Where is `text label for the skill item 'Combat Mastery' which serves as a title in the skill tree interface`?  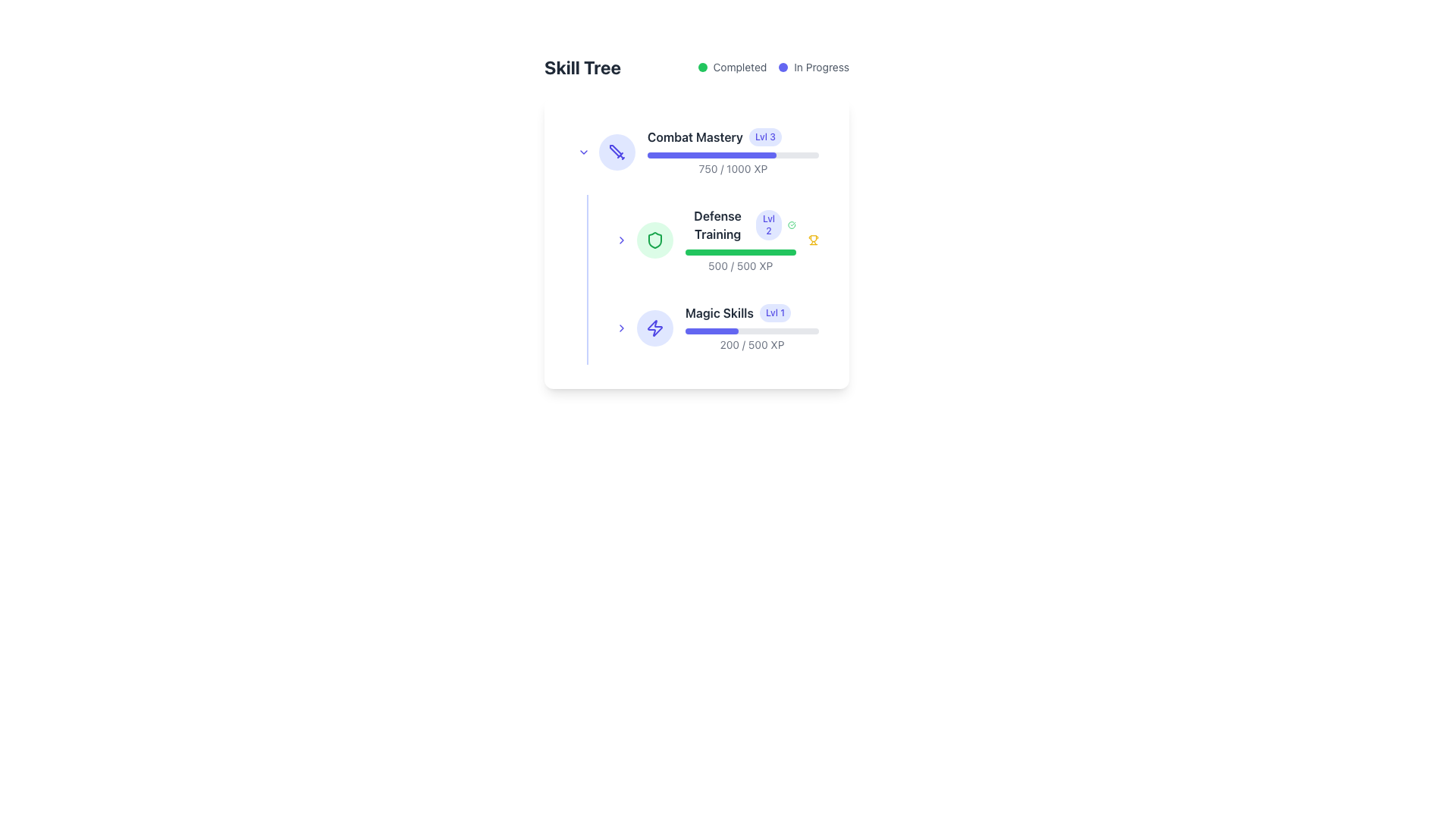 text label for the skill item 'Combat Mastery' which serves as a title in the skill tree interface is located at coordinates (694, 137).